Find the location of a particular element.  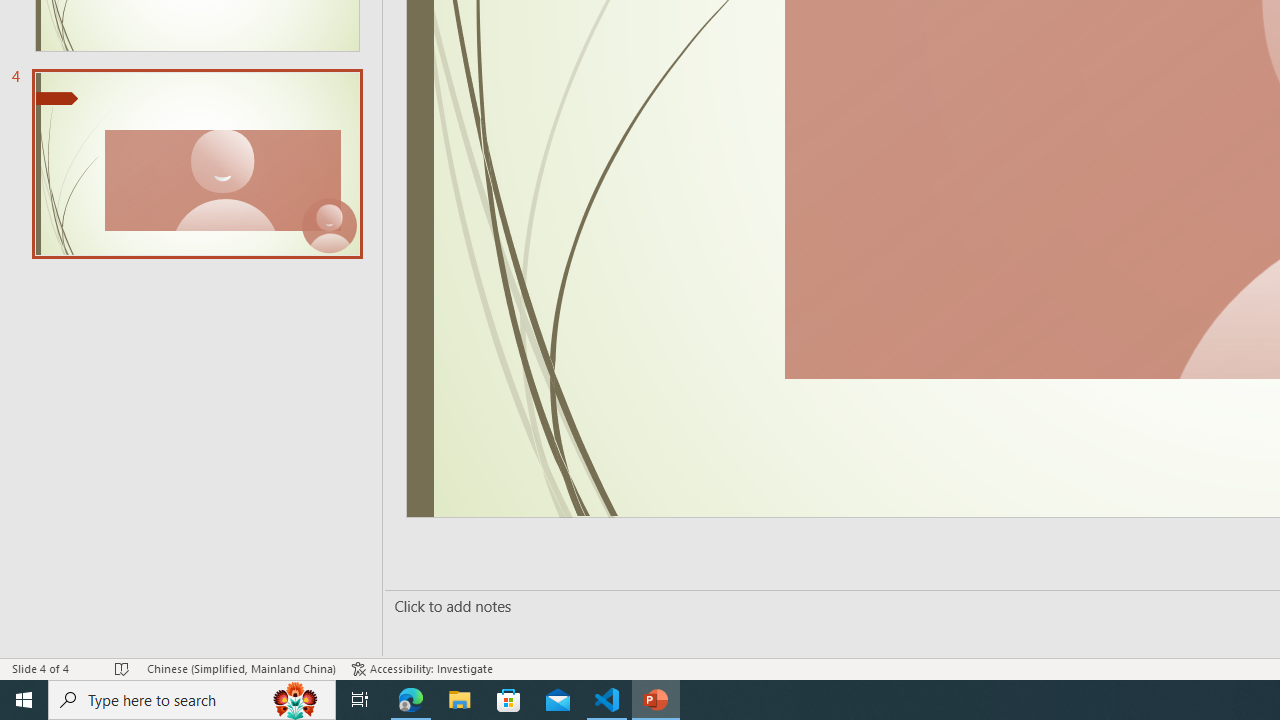

'Accessibility Checker Accessibility: Investigate' is located at coordinates (421, 669).